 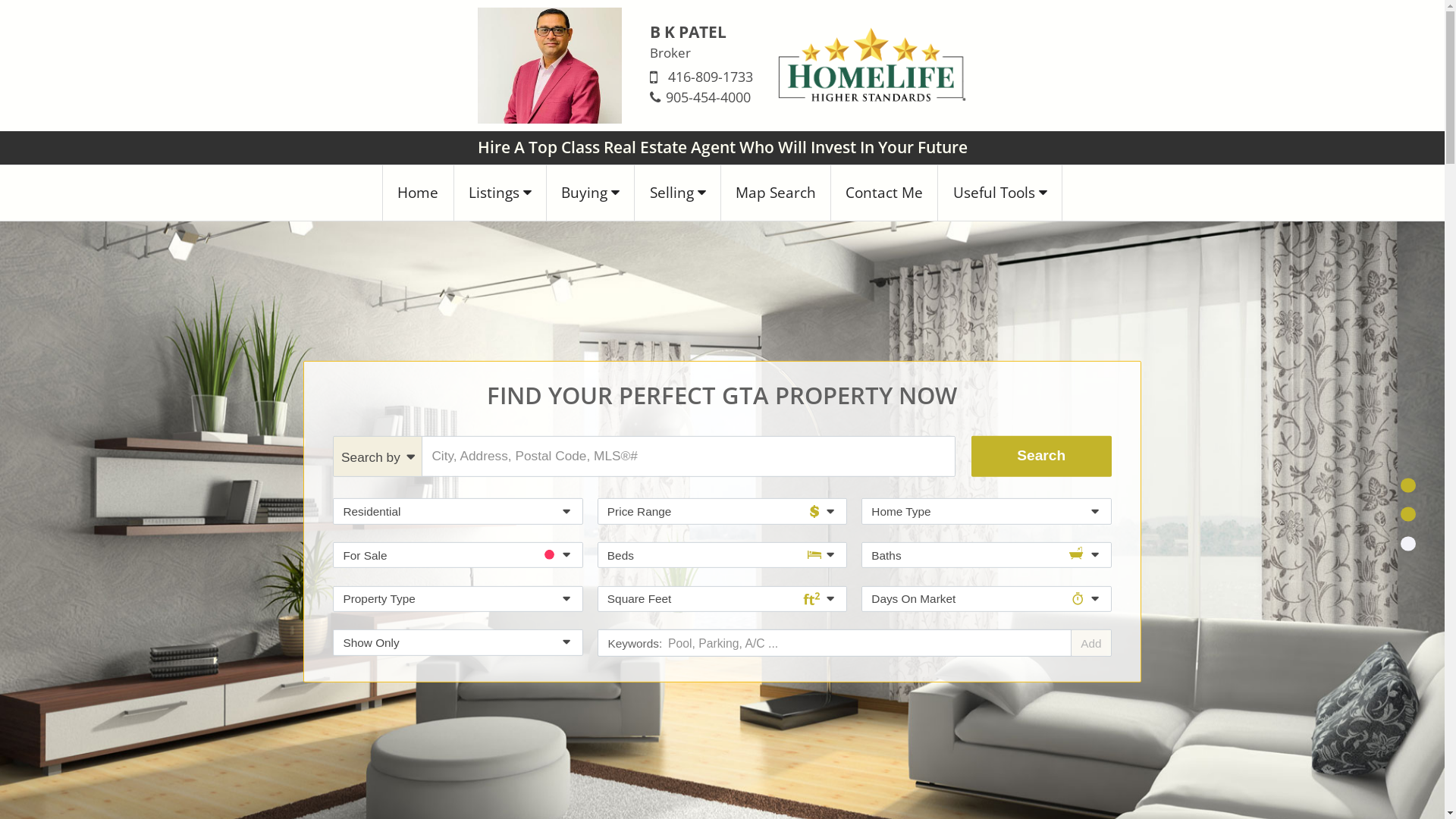 What do you see at coordinates (986, 511) in the screenshot?
I see `'Home Type'` at bounding box center [986, 511].